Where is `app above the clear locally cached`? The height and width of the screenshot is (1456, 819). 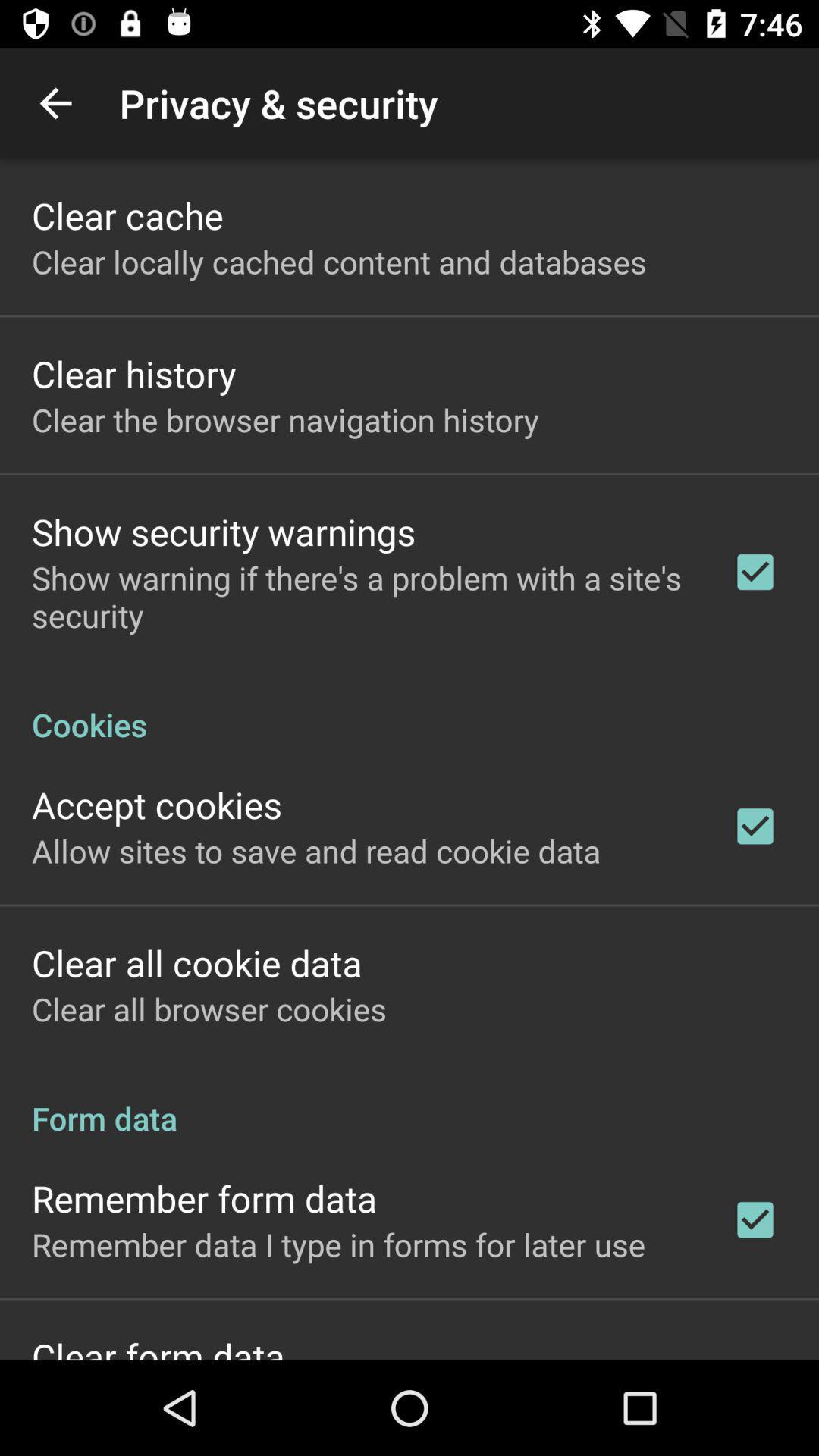 app above the clear locally cached is located at coordinates (127, 215).